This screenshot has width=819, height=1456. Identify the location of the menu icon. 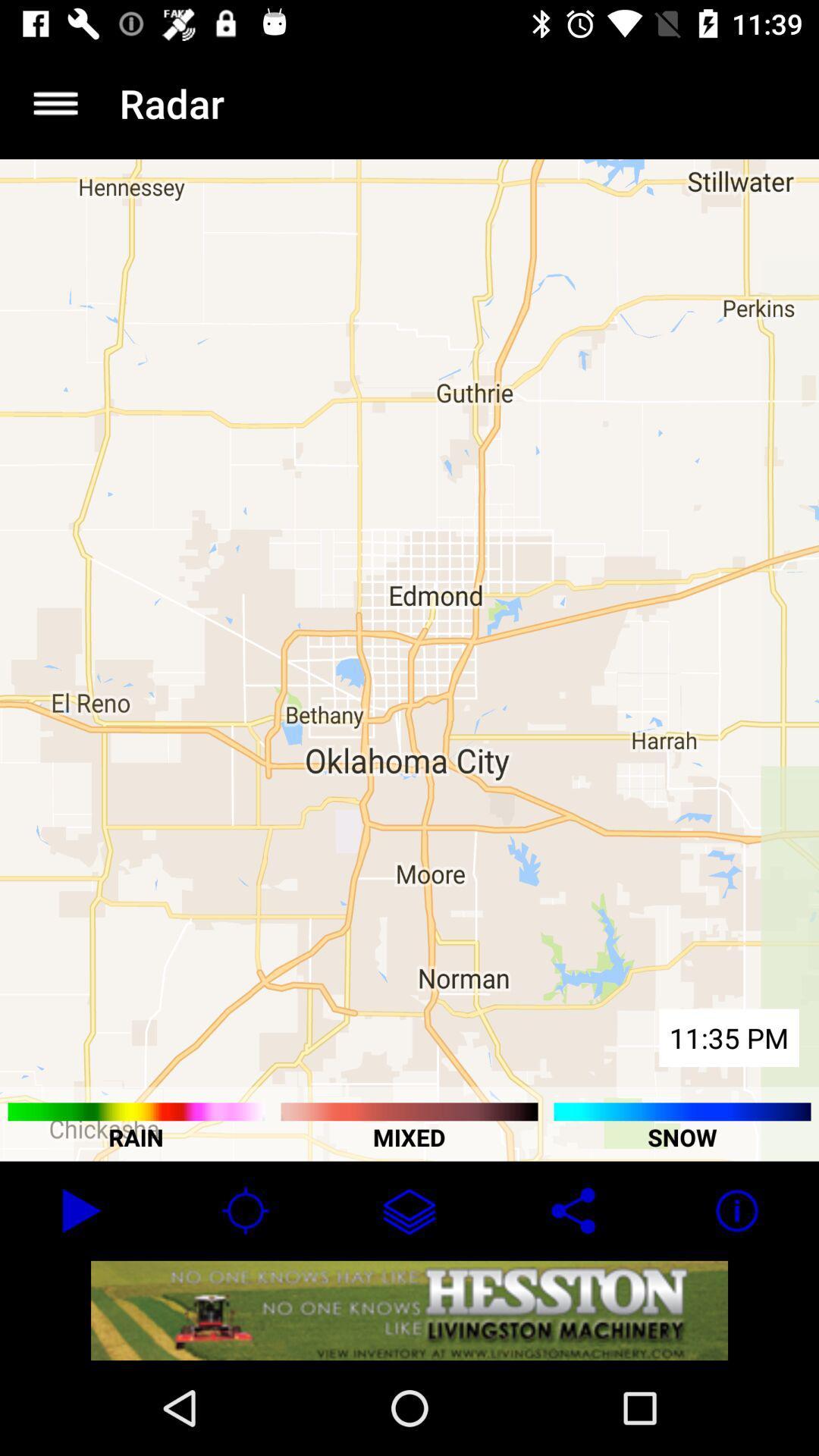
(55, 102).